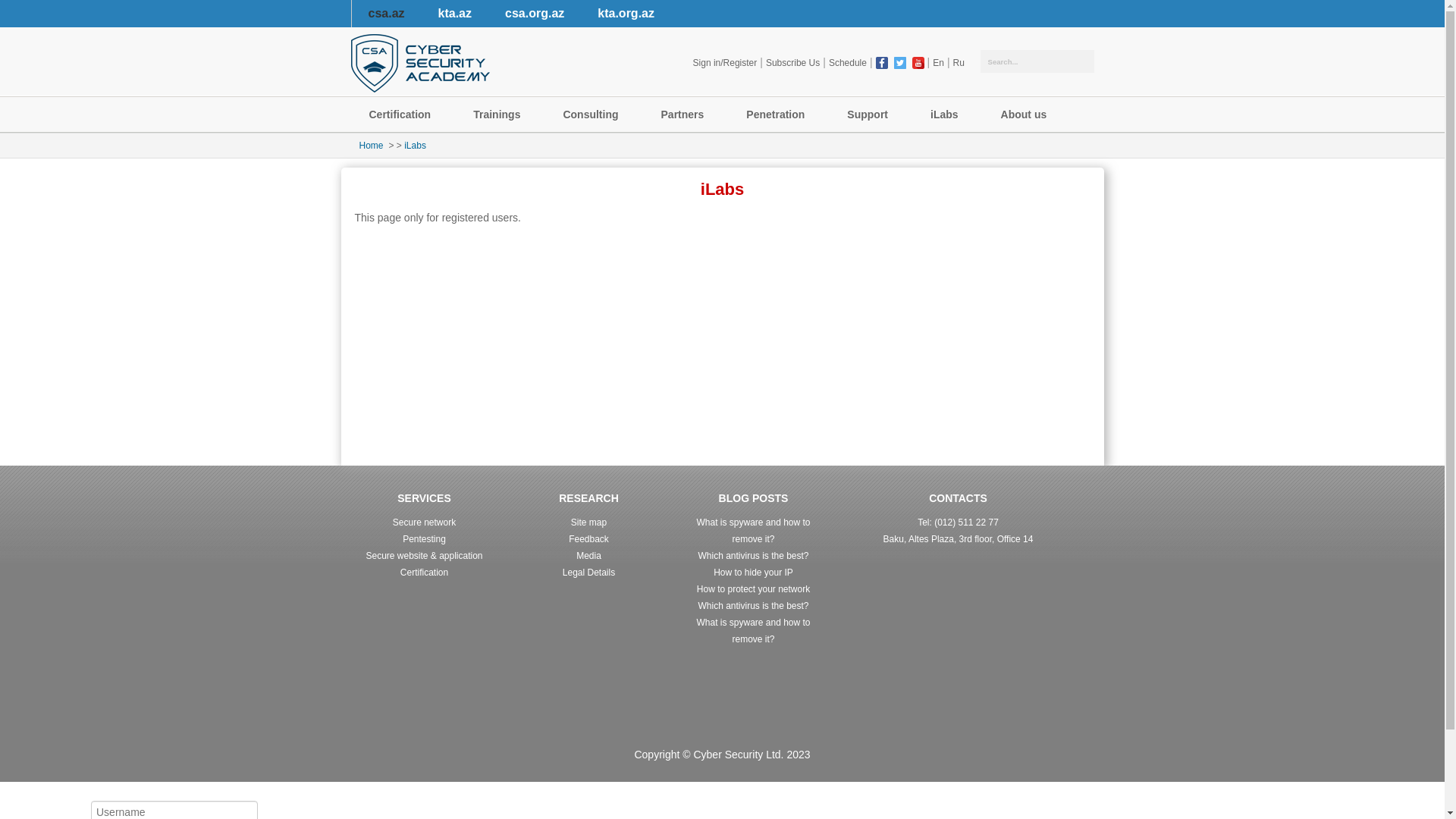  I want to click on 'Penetration', so click(728, 114).